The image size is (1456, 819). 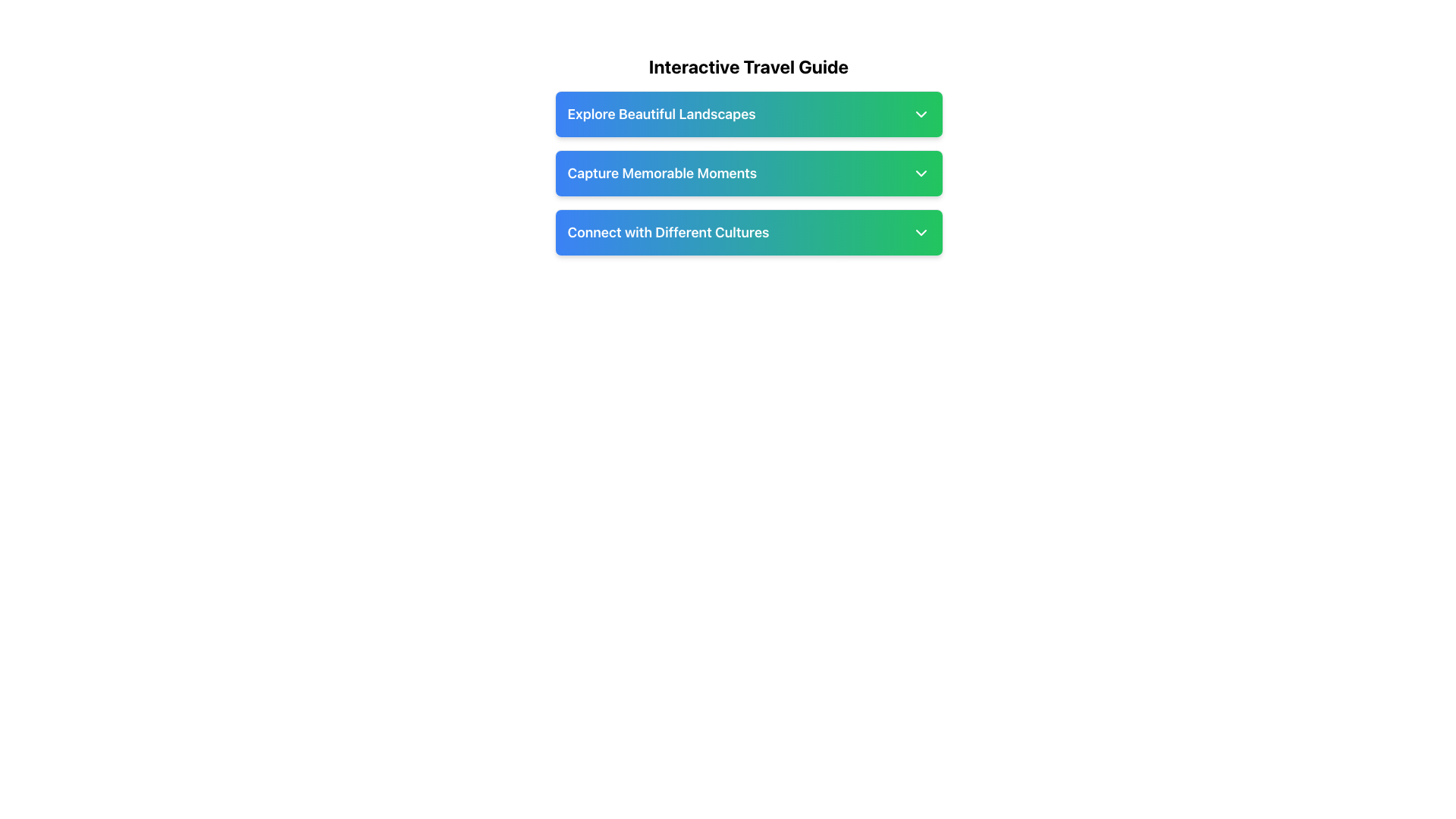 I want to click on the third chevron-down icon located to the far-right of the 'Connect with Different Cultures' text, so click(x=920, y=233).